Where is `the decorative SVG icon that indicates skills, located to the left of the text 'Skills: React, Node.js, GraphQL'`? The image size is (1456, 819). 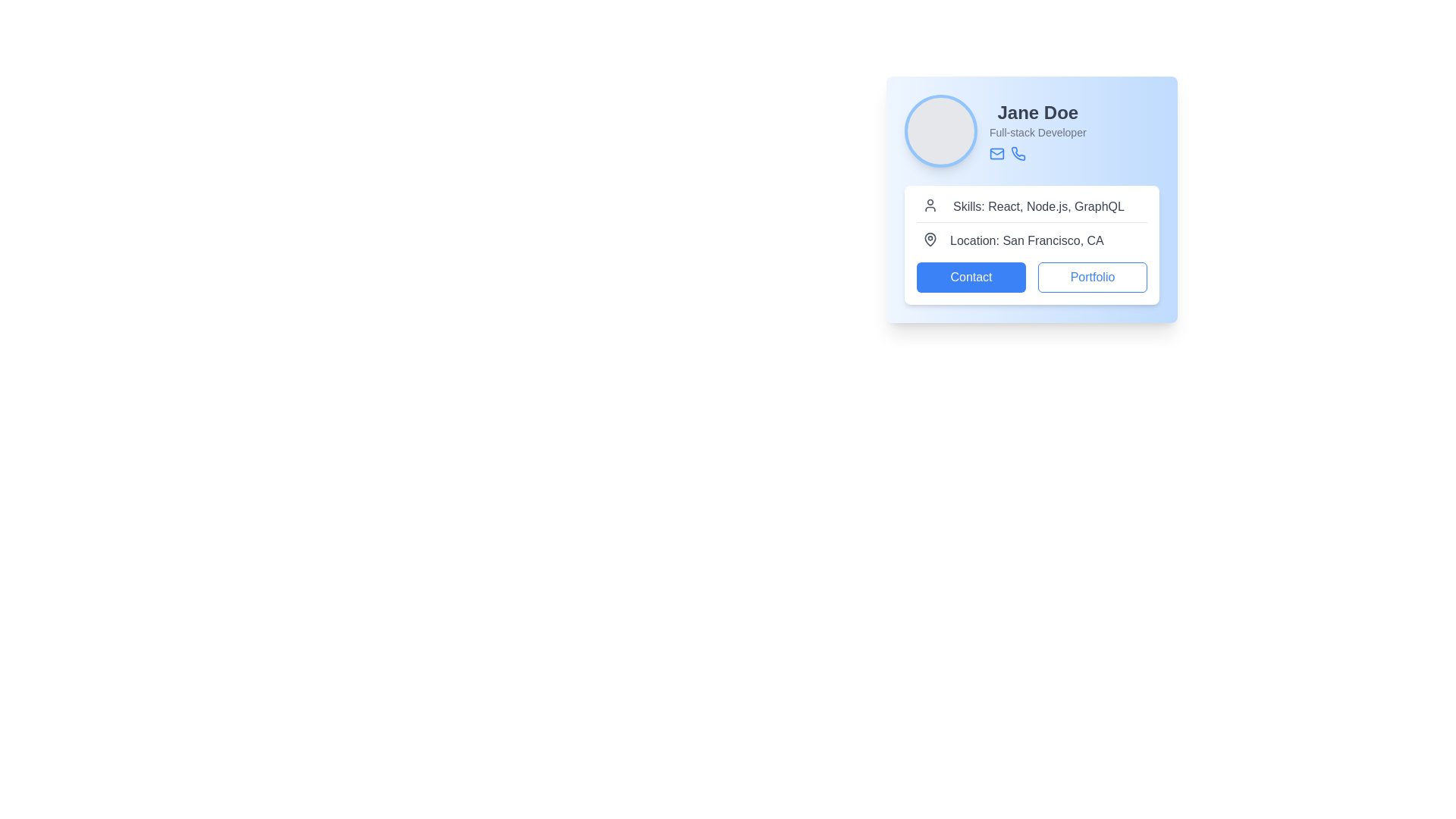
the decorative SVG icon that indicates skills, located to the left of the text 'Skills: React, Node.js, GraphQL' is located at coordinates (930, 205).